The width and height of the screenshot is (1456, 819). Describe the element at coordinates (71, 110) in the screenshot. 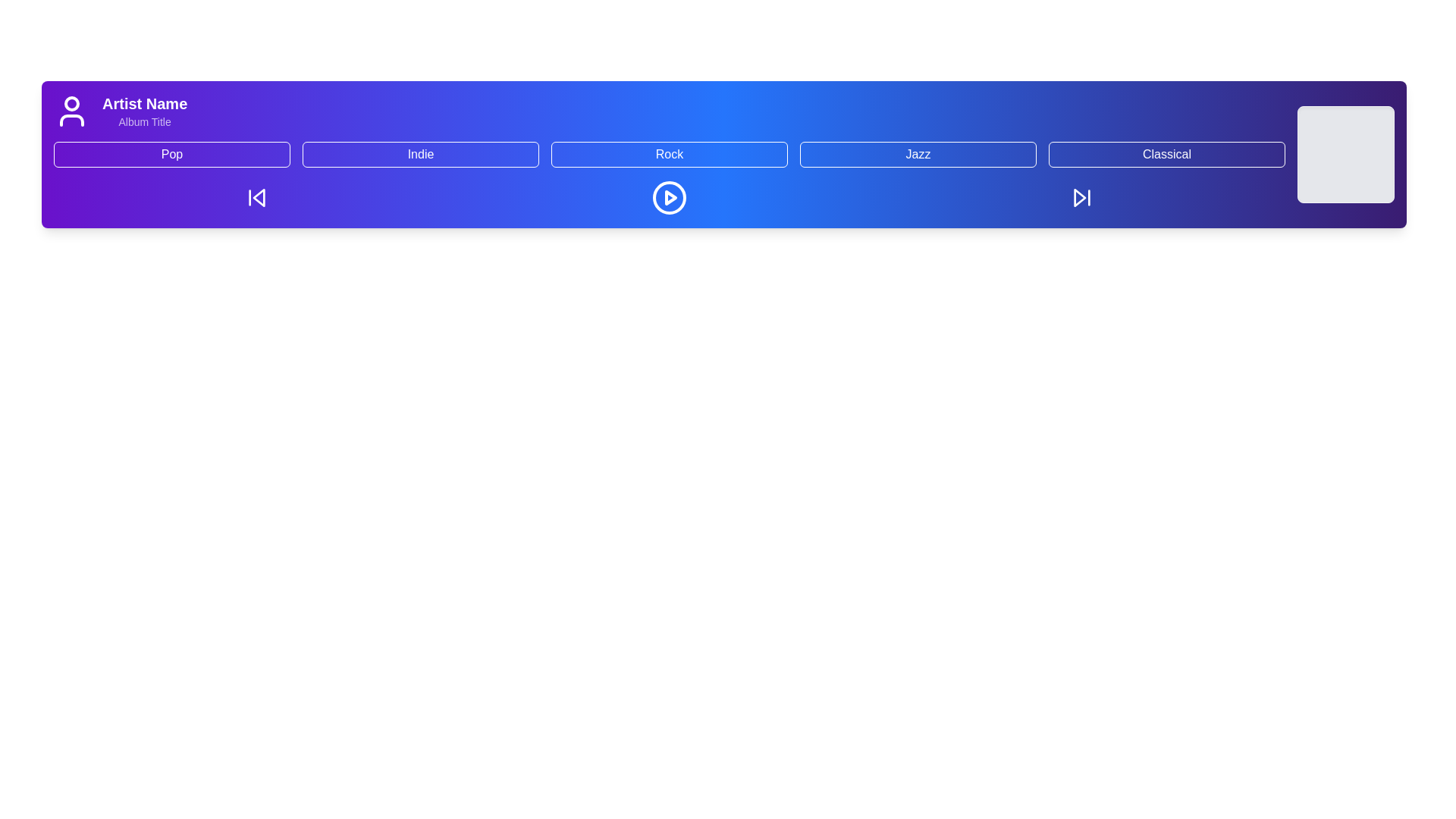

I see `the outlined user icon representing an artist, which is positioned beside the textual information 'Artist Name' and 'Album Title'` at that location.